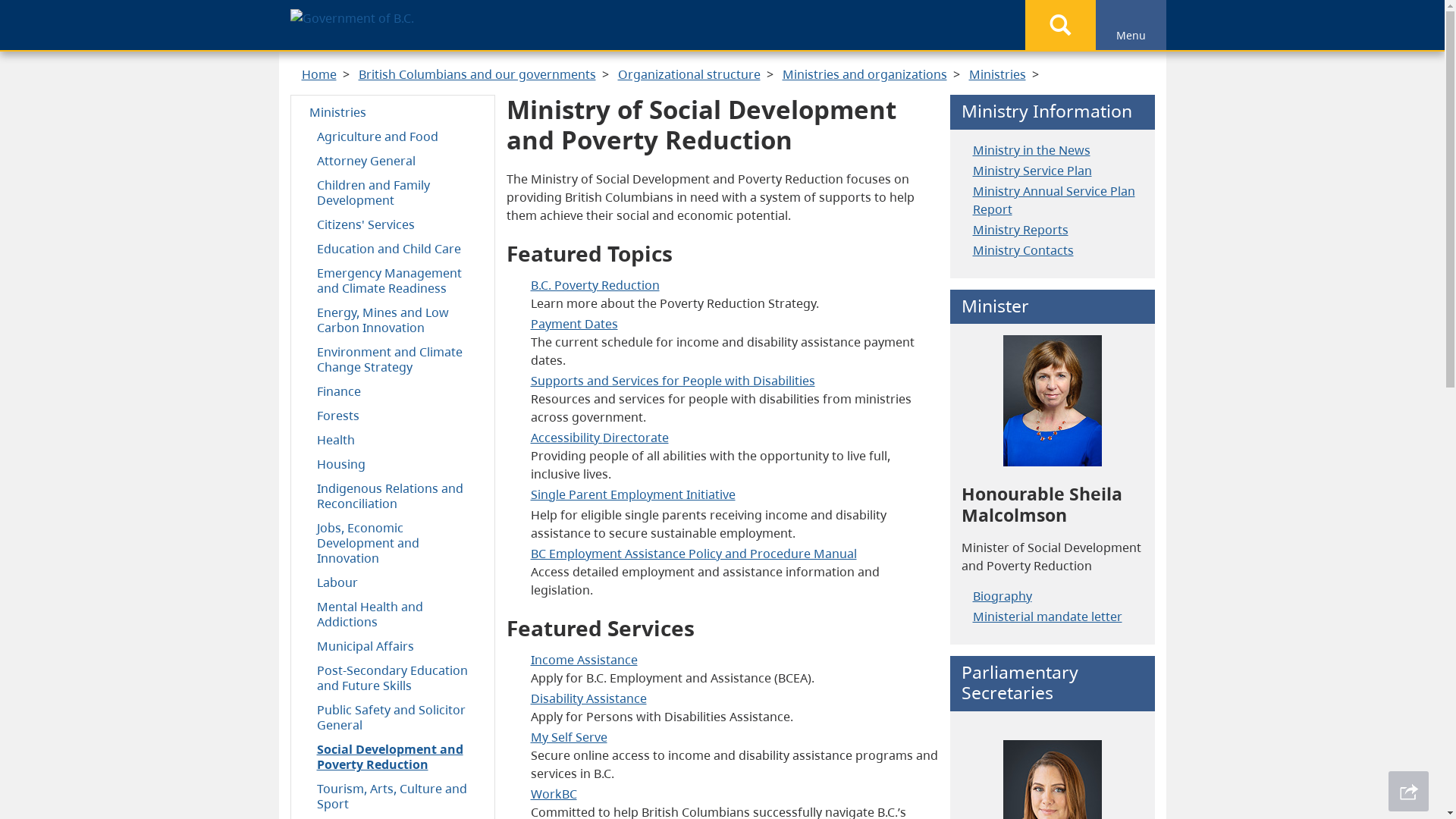 Image resolution: width=1456 pixels, height=819 pixels. What do you see at coordinates (312, 494) in the screenshot?
I see `'Indigenous Relations and Reconciliation'` at bounding box center [312, 494].